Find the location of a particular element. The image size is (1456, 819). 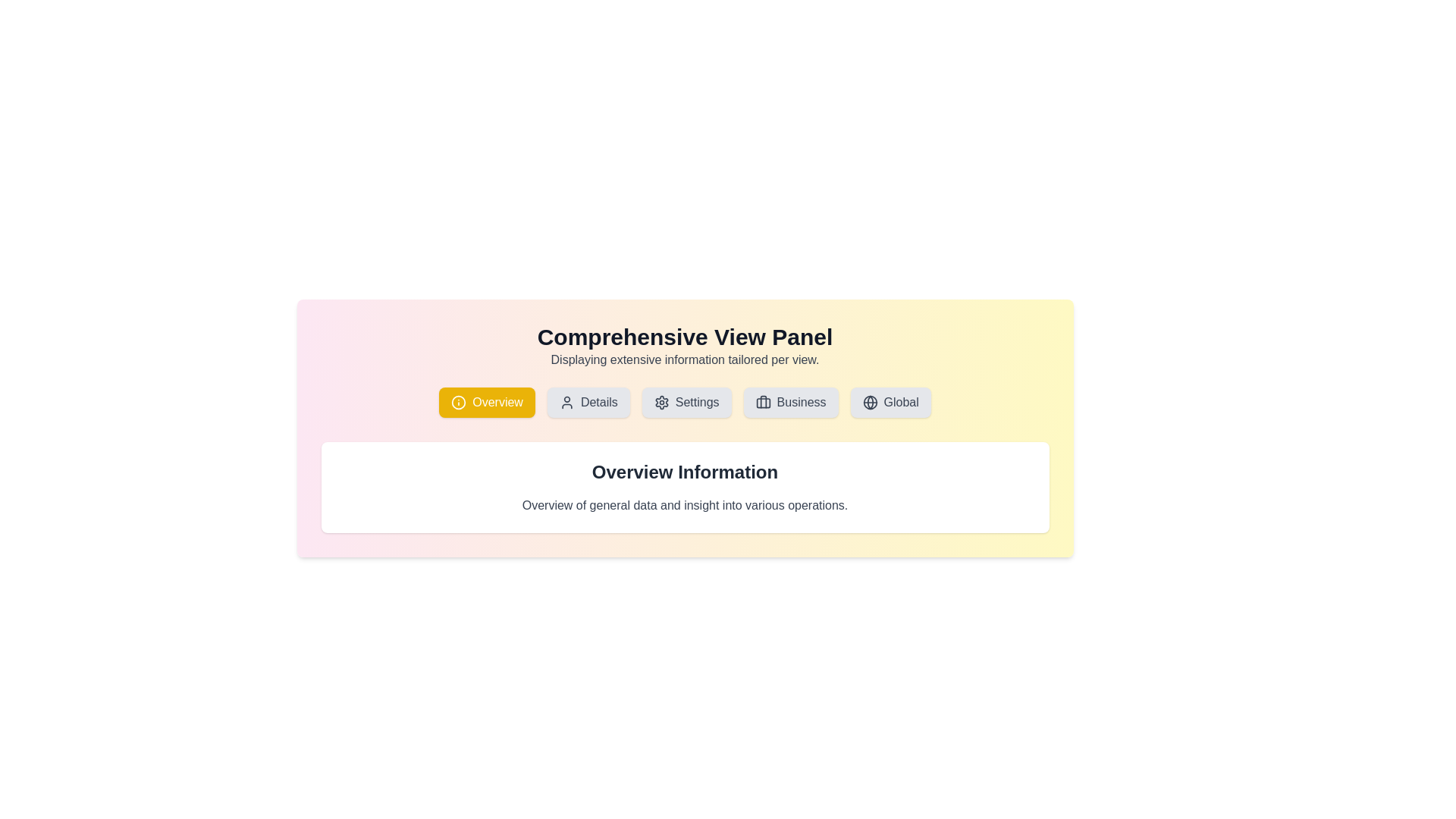

the 'Global' button icon located in the top-right section of the interface, which serves as a visual representation for global functions is located at coordinates (870, 402).